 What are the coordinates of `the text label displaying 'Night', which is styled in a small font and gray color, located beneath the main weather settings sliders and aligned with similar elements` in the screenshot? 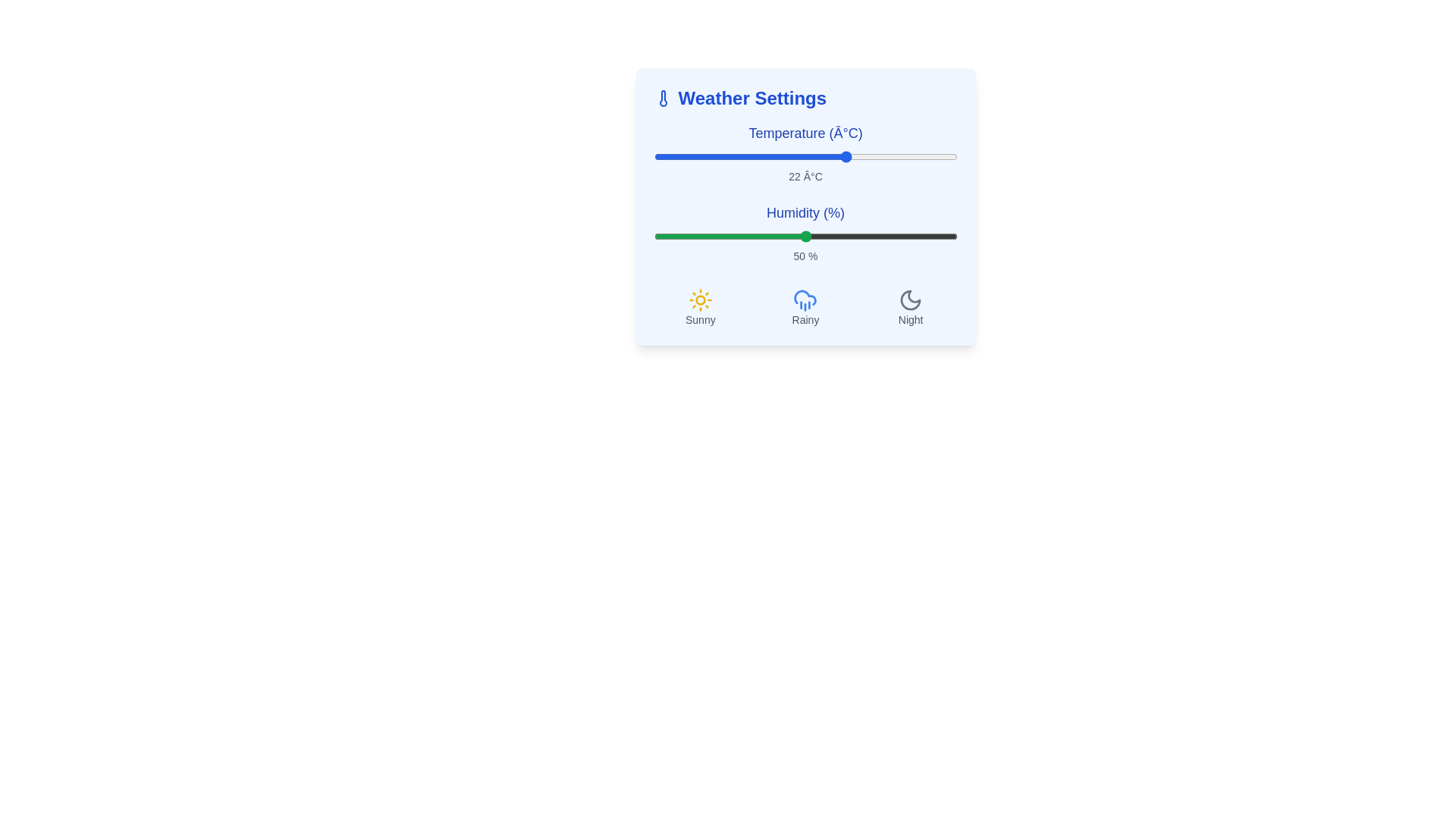 It's located at (910, 318).